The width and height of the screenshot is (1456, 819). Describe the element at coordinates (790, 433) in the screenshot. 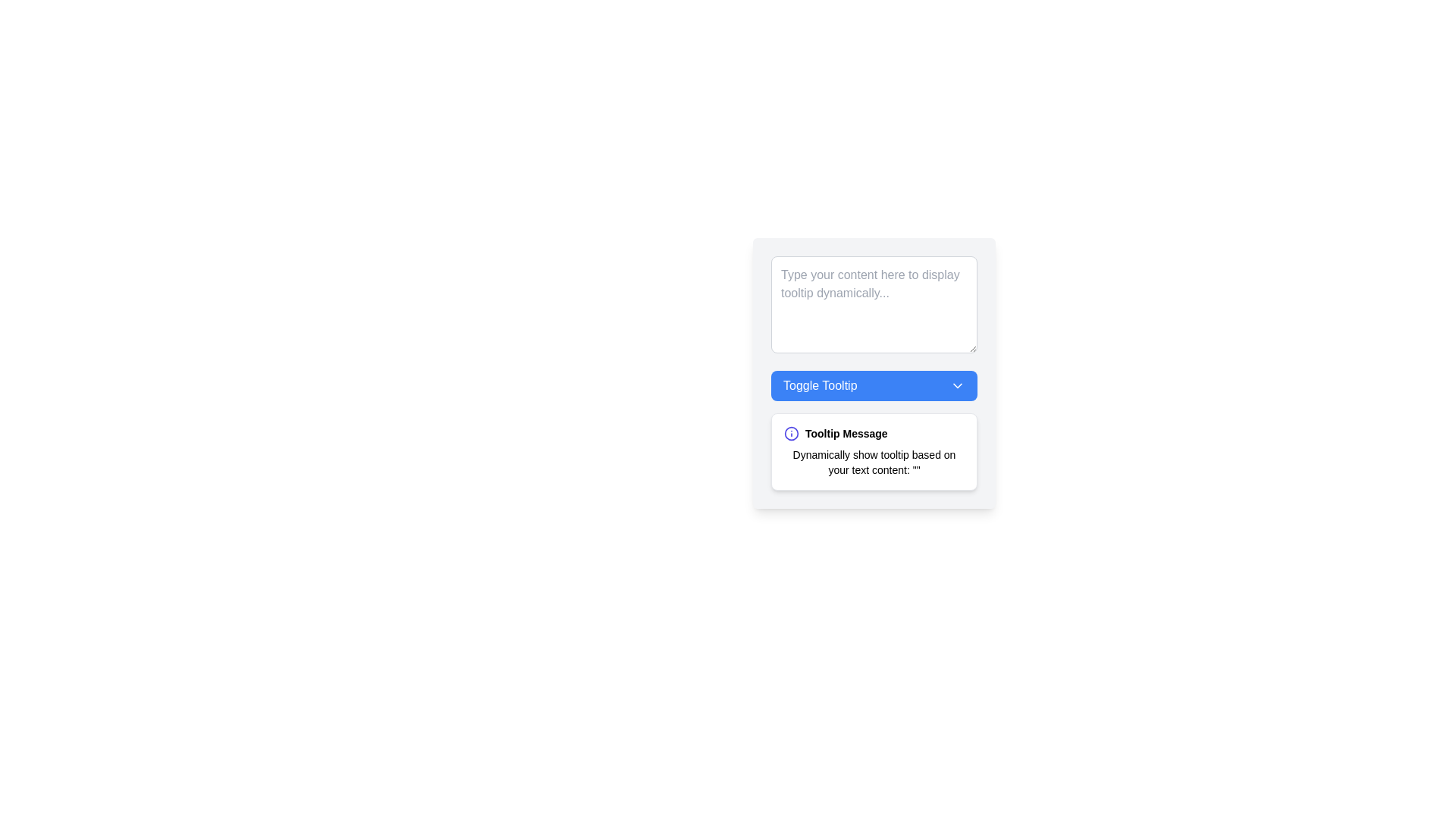

I see `the SVG Circle Icon with indigo styling located at the top left of the 'Tooltip Message' card` at that location.